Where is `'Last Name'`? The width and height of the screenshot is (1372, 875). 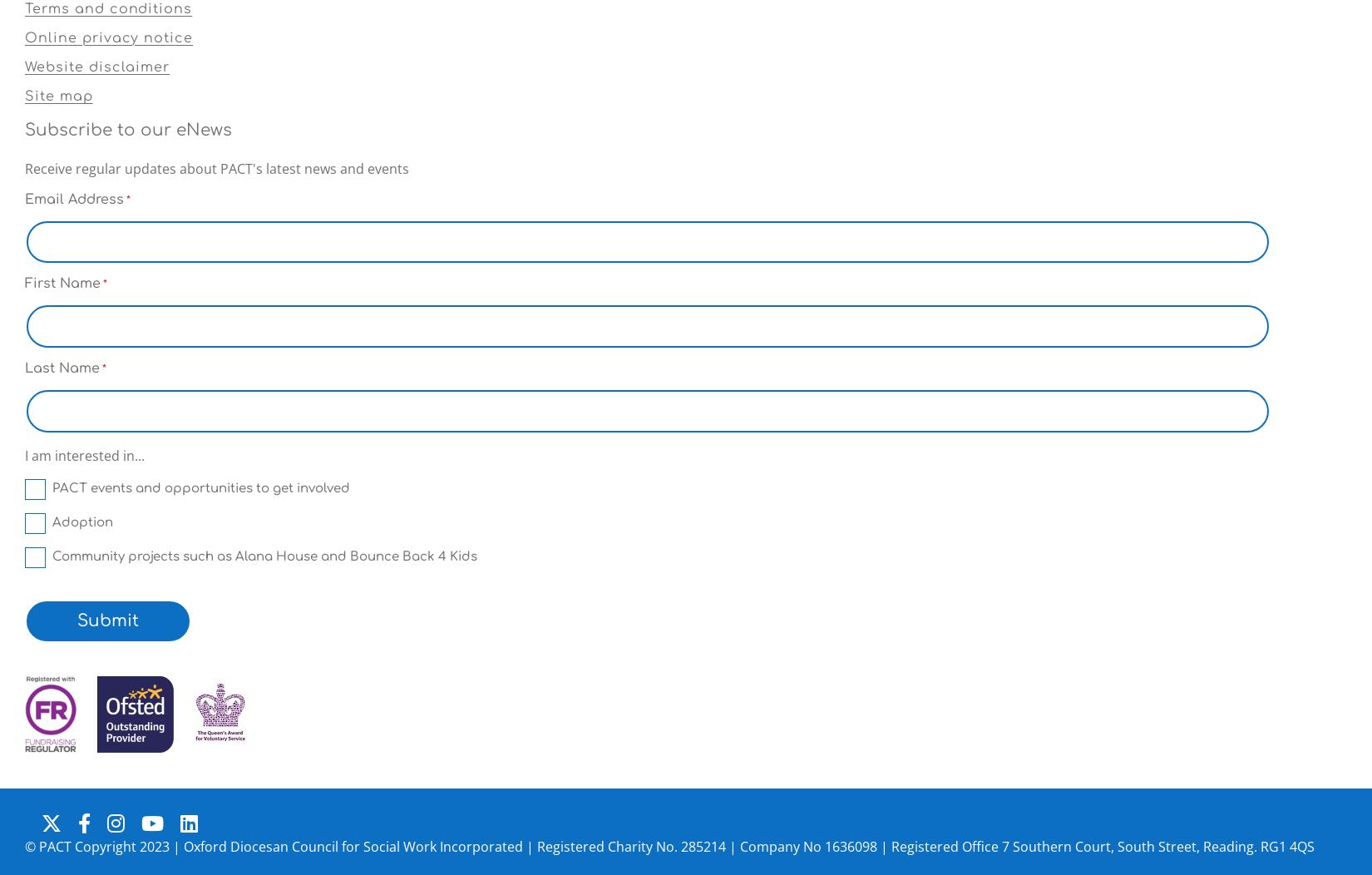 'Last Name' is located at coordinates (62, 368).